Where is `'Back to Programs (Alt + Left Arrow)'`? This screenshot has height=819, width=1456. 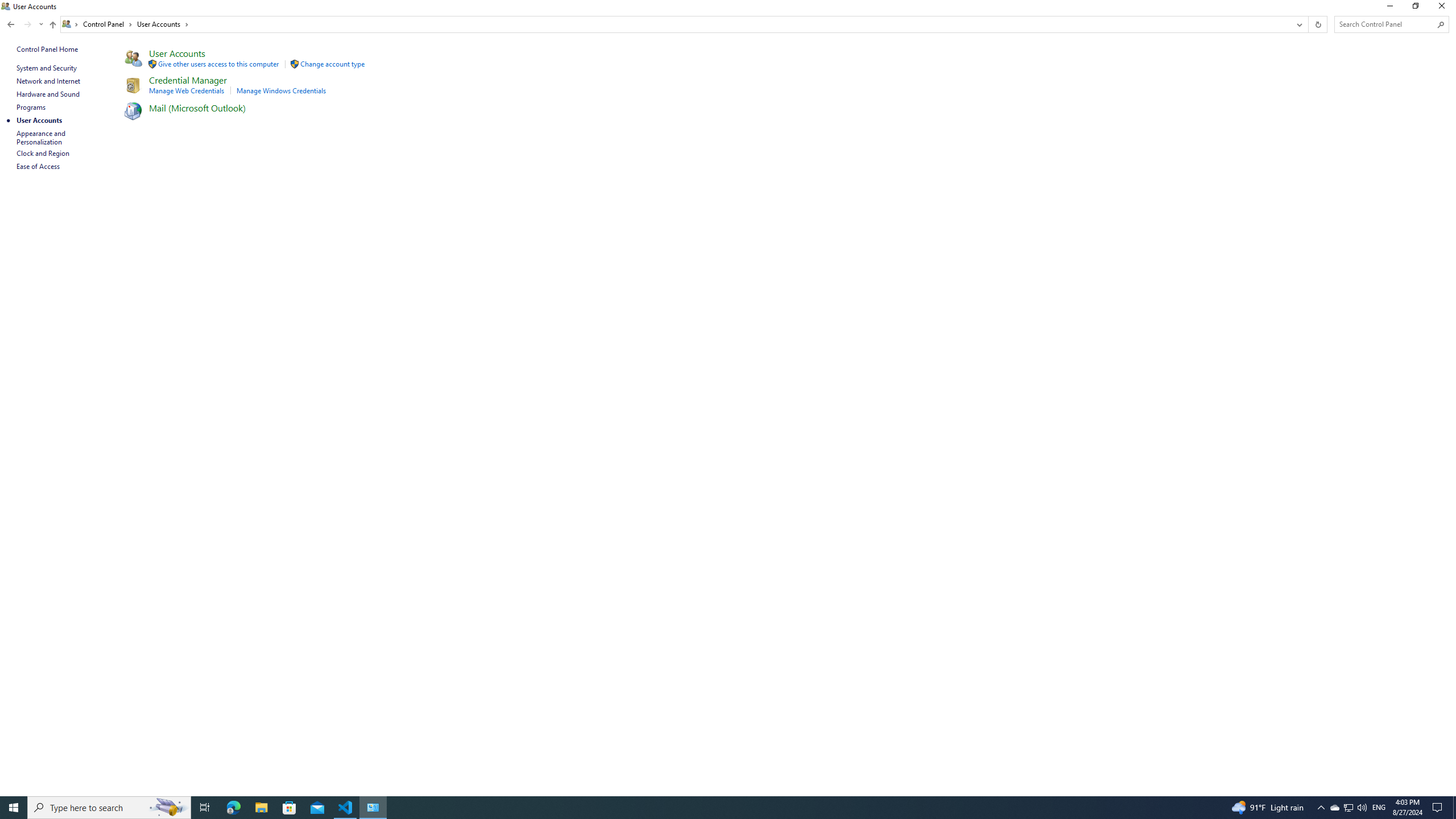 'Back to Programs (Alt + Left Arrow)' is located at coordinates (11, 24).